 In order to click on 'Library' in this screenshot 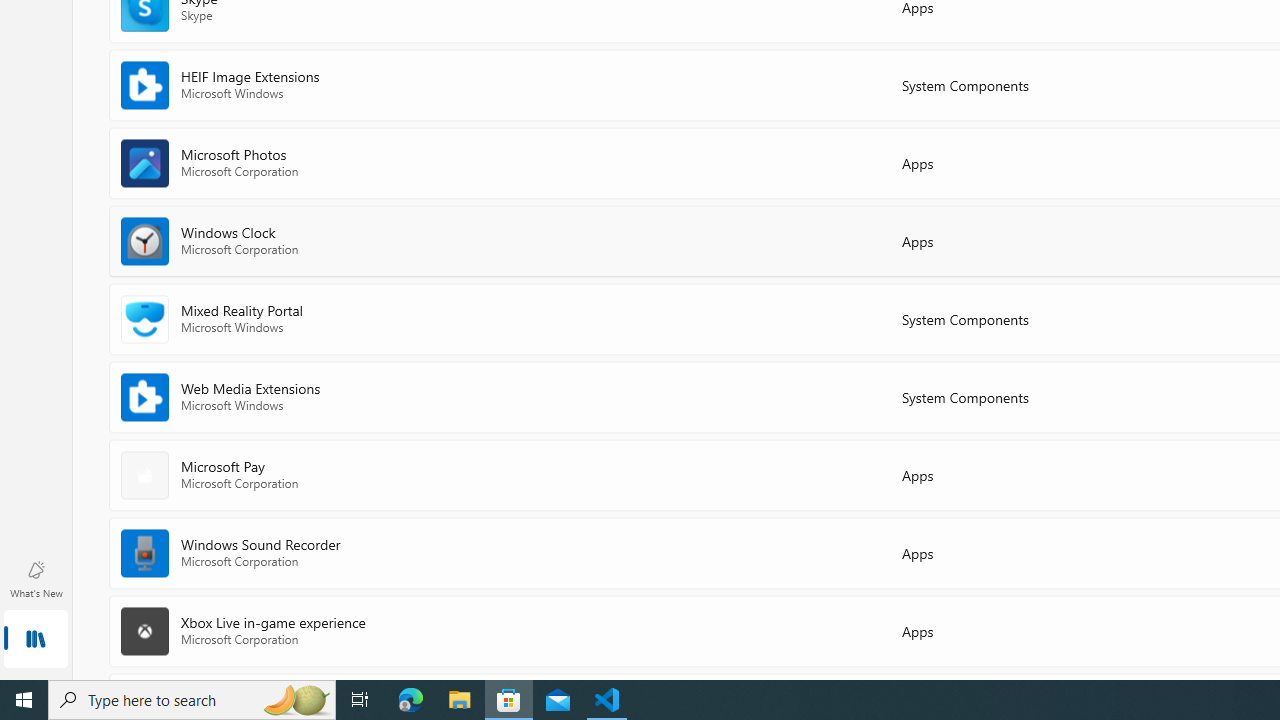, I will do `click(35, 640)`.